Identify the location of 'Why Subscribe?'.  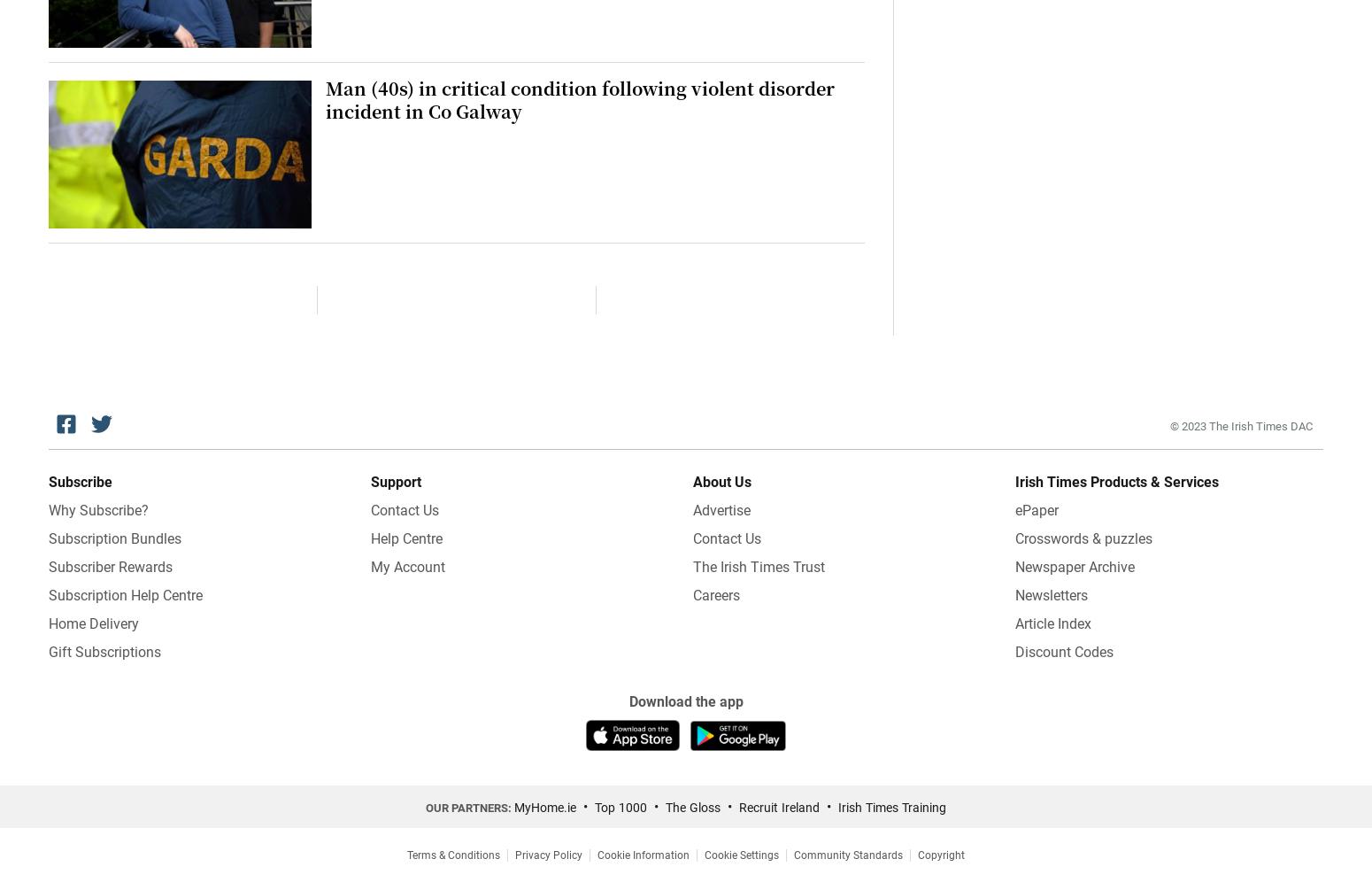
(98, 508).